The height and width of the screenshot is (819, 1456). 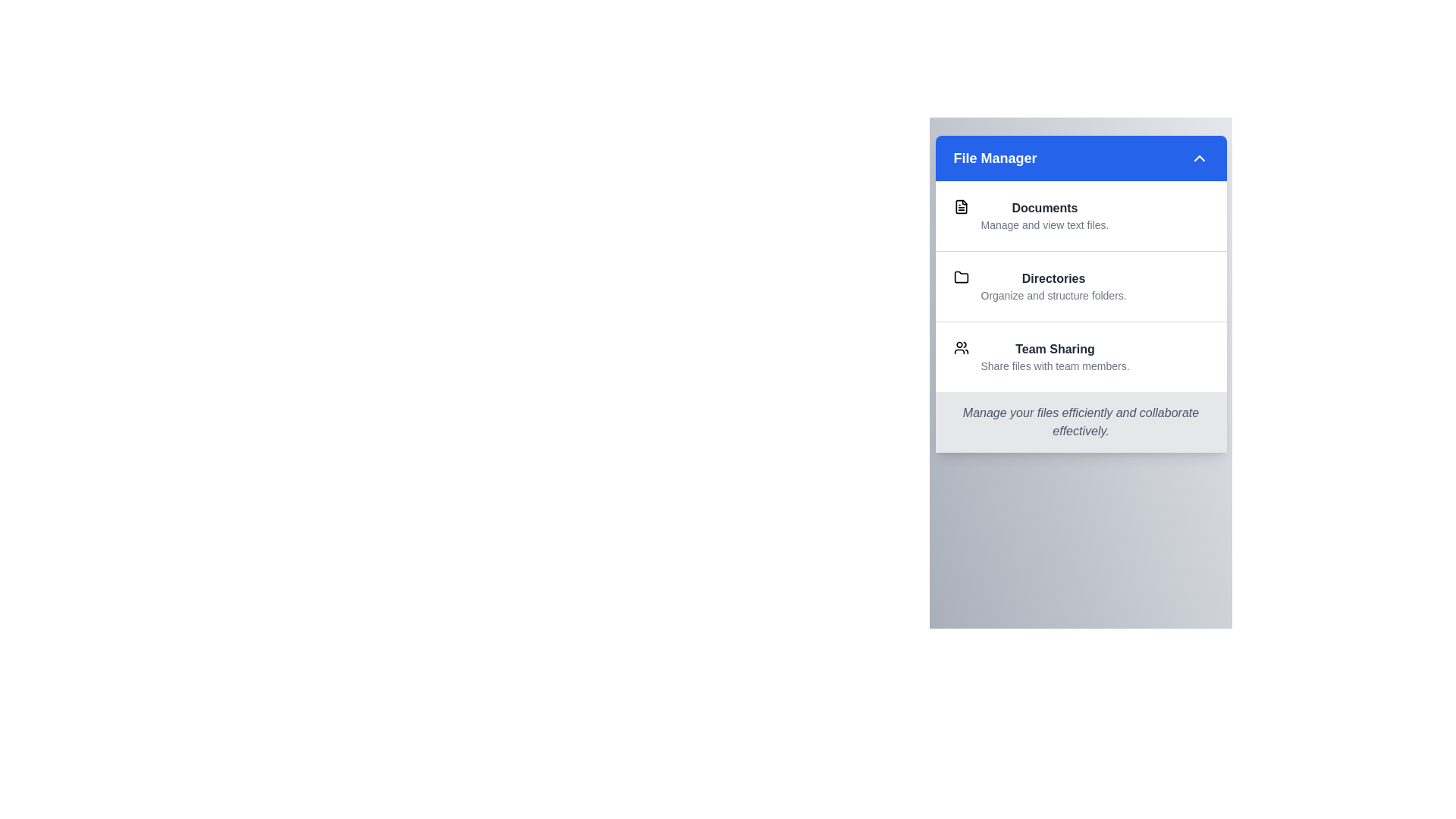 What do you see at coordinates (1080, 356) in the screenshot?
I see `the item labeled 'Team Sharing' to highlight it` at bounding box center [1080, 356].